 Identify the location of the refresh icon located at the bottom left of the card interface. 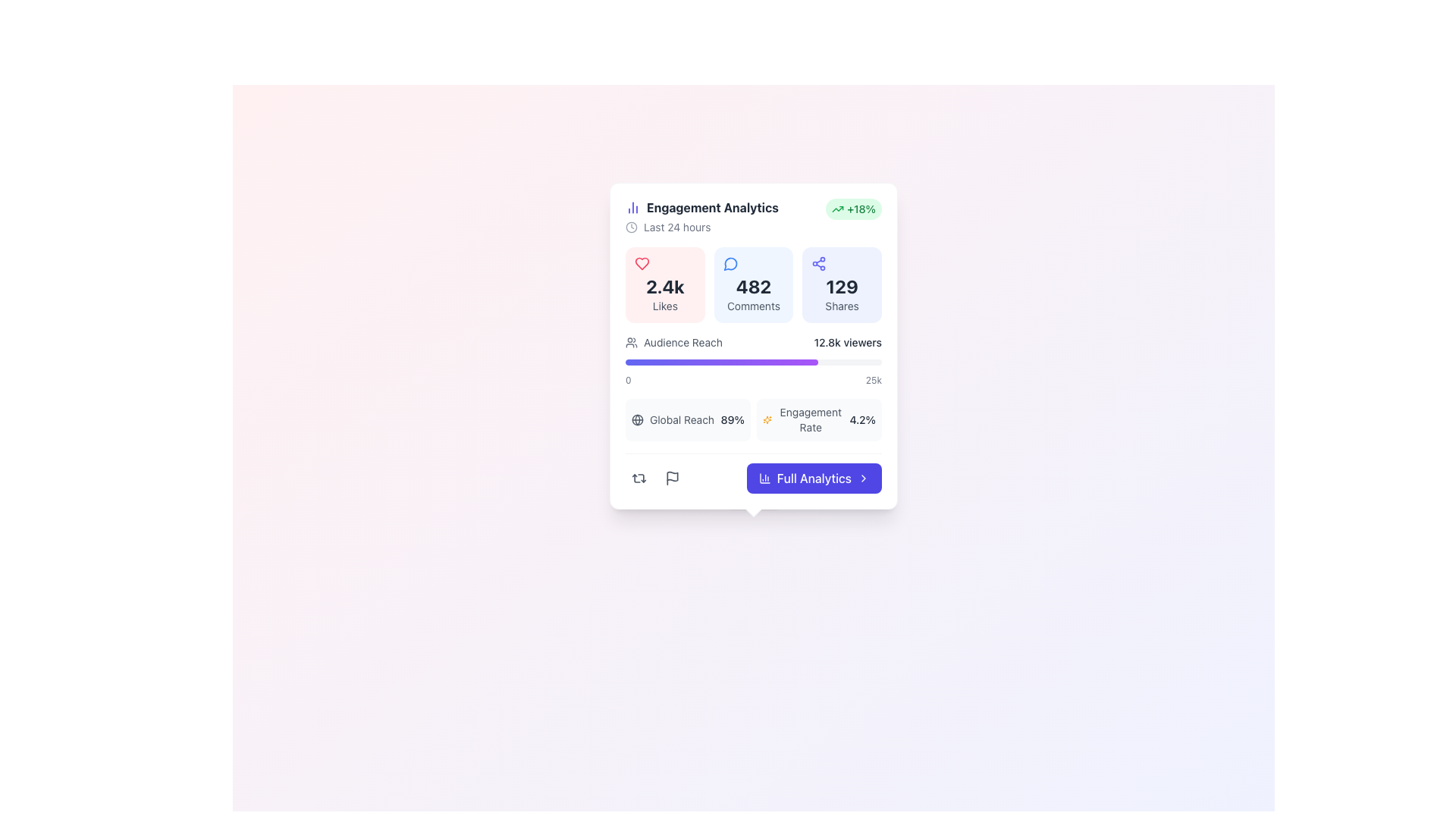
(639, 479).